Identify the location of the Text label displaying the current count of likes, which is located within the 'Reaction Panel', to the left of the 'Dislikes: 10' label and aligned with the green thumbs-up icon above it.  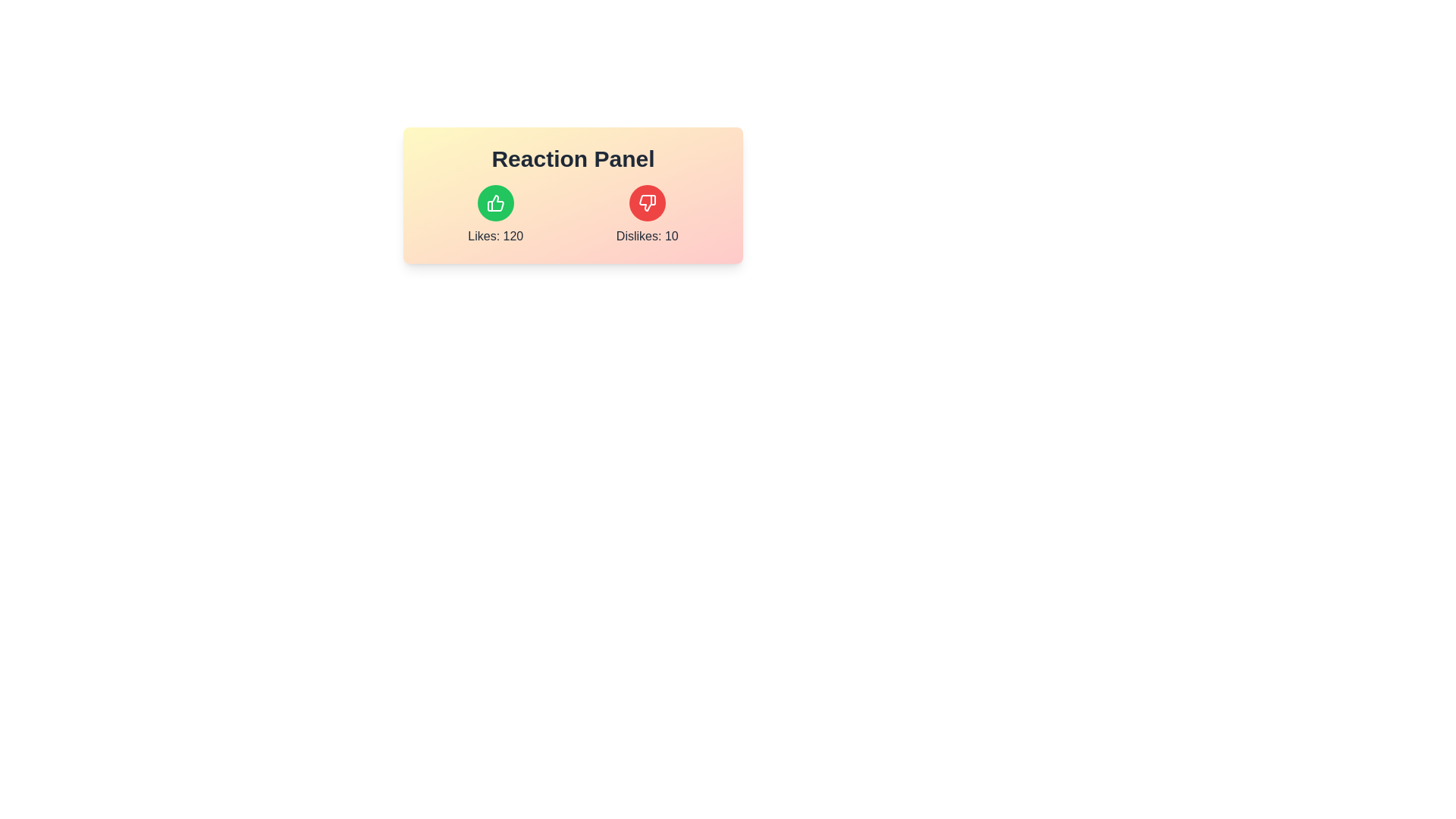
(495, 215).